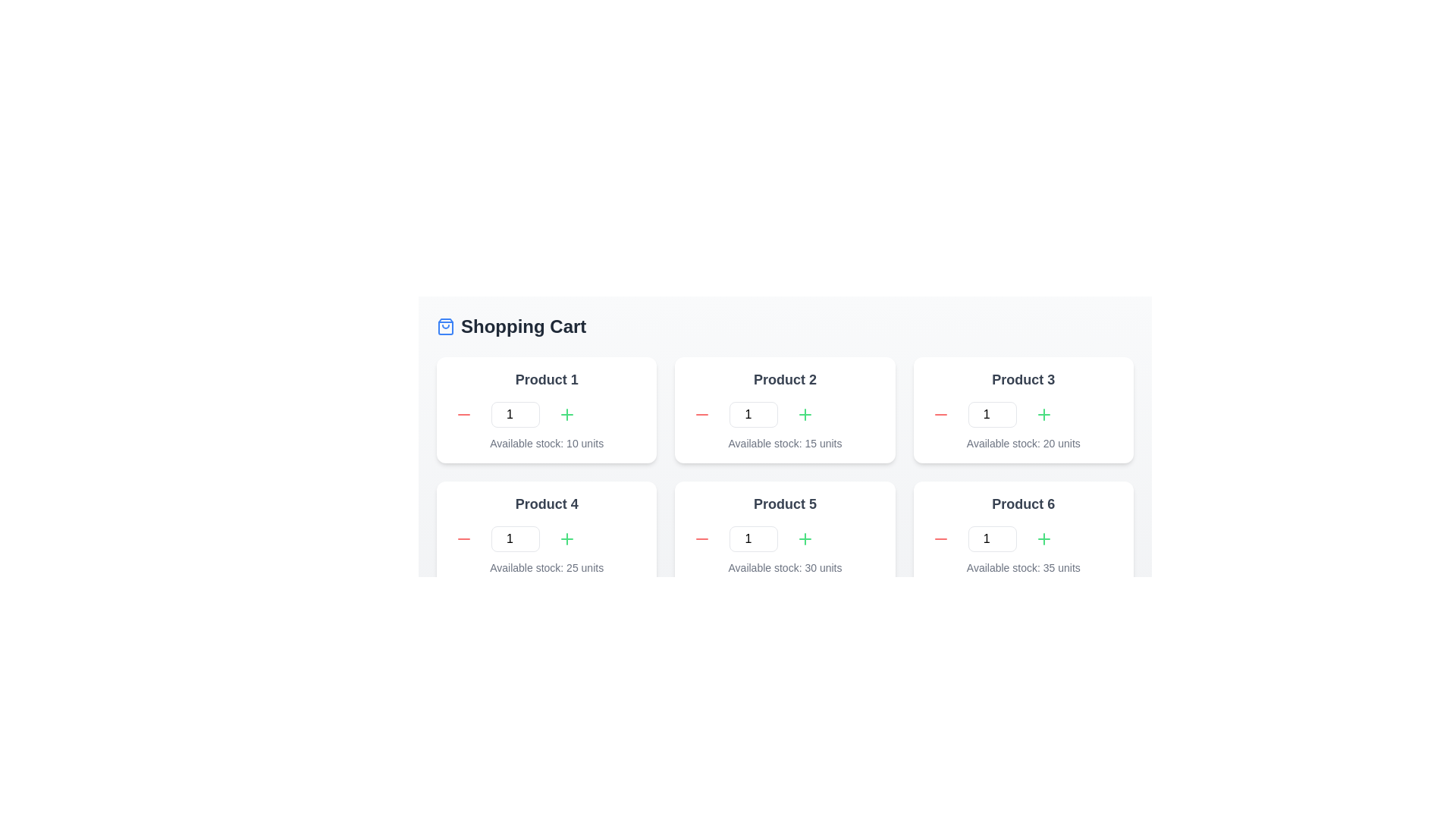  Describe the element at coordinates (701, 415) in the screenshot. I see `the decrement SVG icon within the red circular button for 'Product 2'` at that location.